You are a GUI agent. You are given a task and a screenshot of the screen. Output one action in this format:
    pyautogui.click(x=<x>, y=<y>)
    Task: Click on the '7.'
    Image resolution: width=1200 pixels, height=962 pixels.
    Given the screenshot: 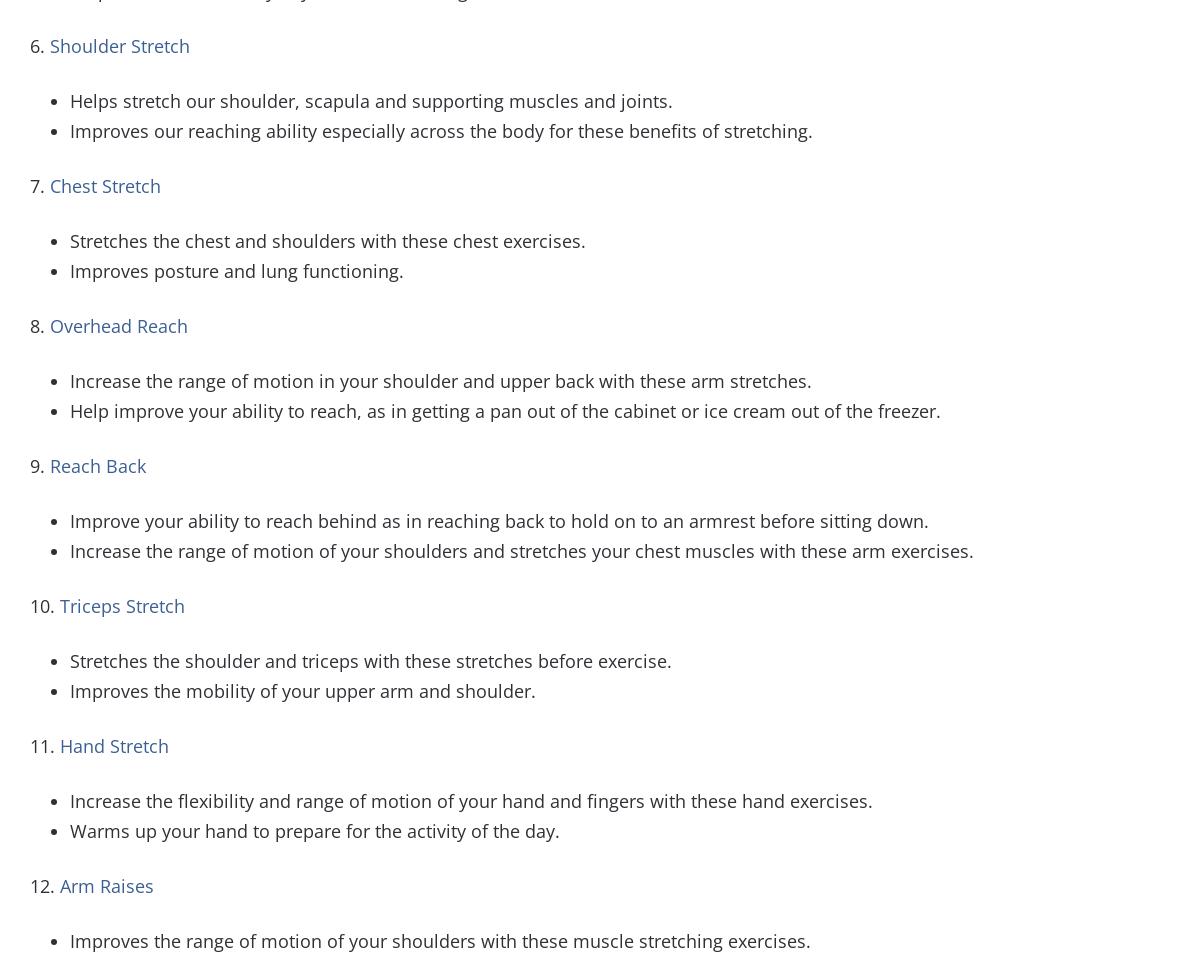 What is the action you would take?
    pyautogui.click(x=39, y=184)
    